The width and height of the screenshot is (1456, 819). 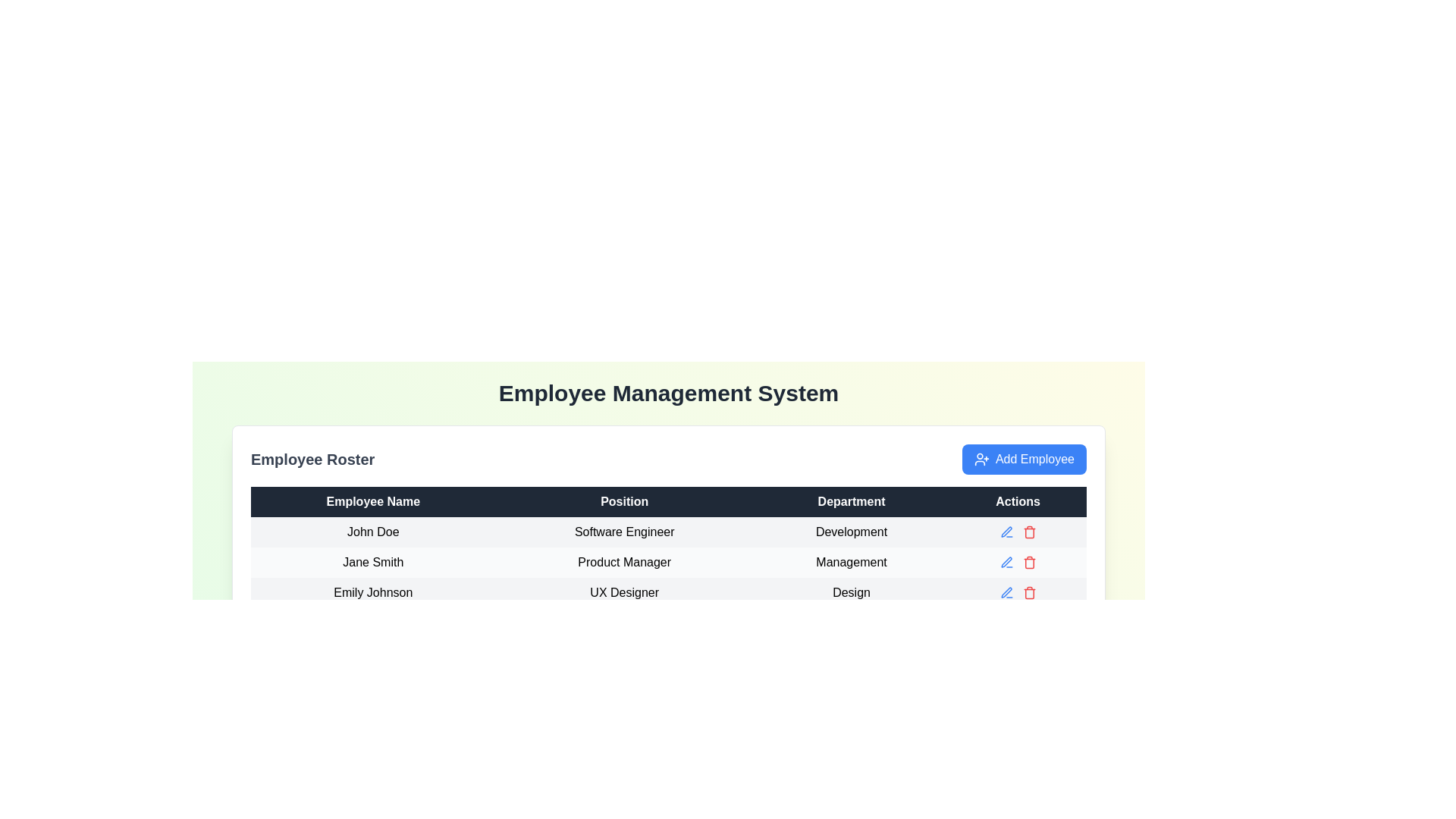 I want to click on the text label displaying the full name of the employee located in the second row of the 'Employee Roster' table under the 'Employee Name' column, so click(x=373, y=562).